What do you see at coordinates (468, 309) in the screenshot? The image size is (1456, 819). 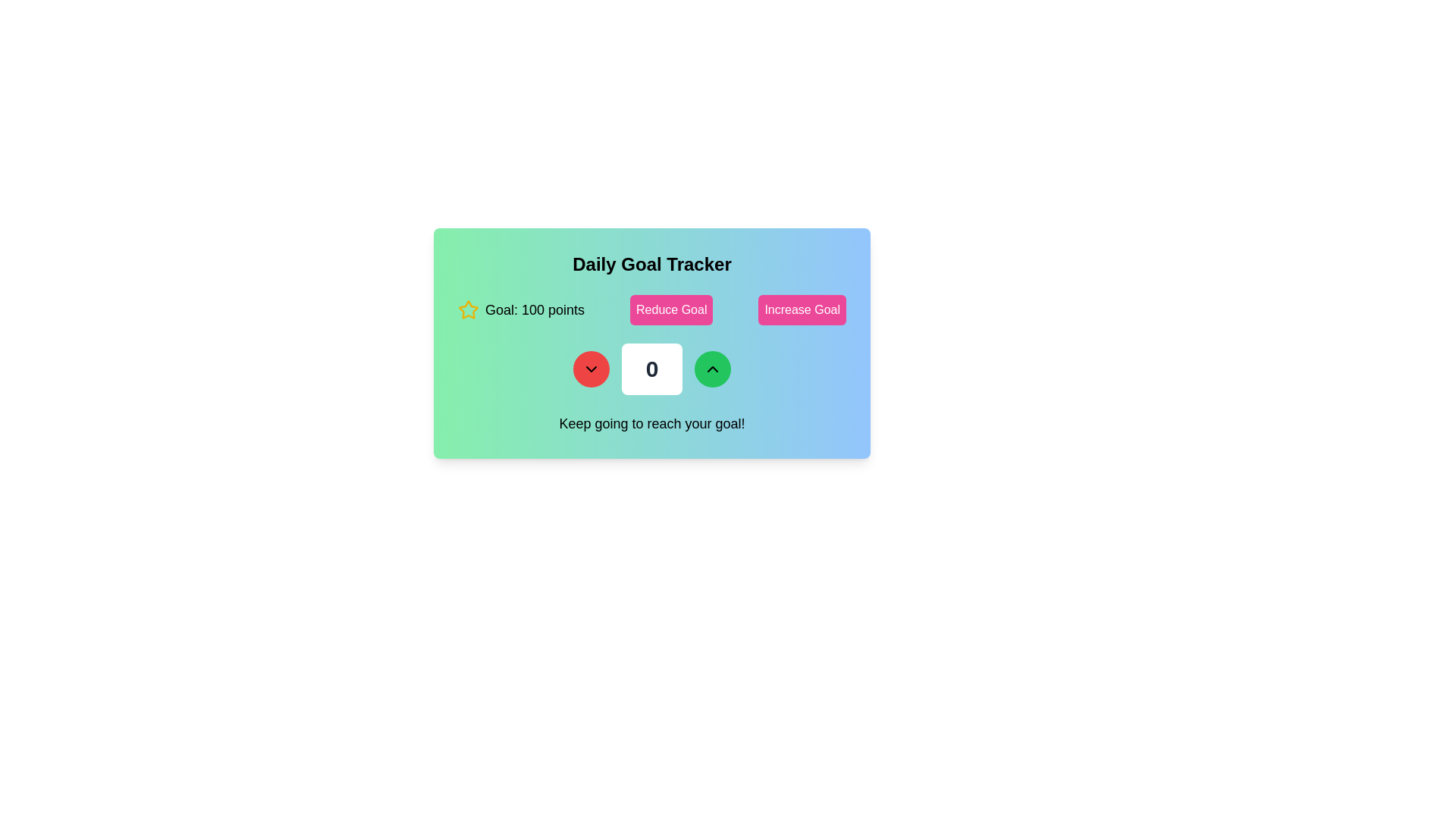 I see `the star-shaped icon with a yellow stroke, which is positioned to the left of the text 'Goal: 100 points'` at bounding box center [468, 309].